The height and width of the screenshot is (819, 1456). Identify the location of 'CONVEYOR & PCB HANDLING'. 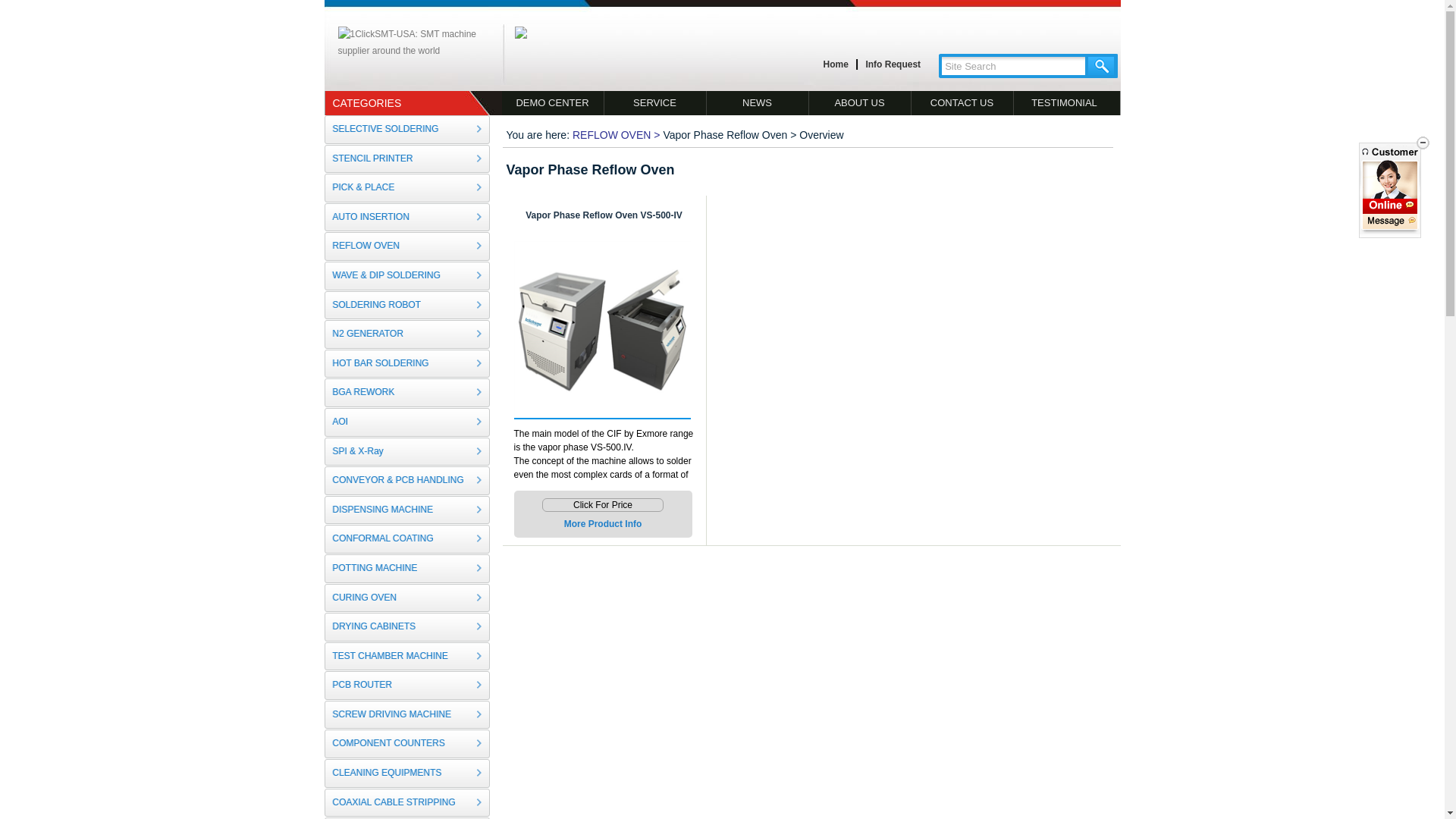
(407, 480).